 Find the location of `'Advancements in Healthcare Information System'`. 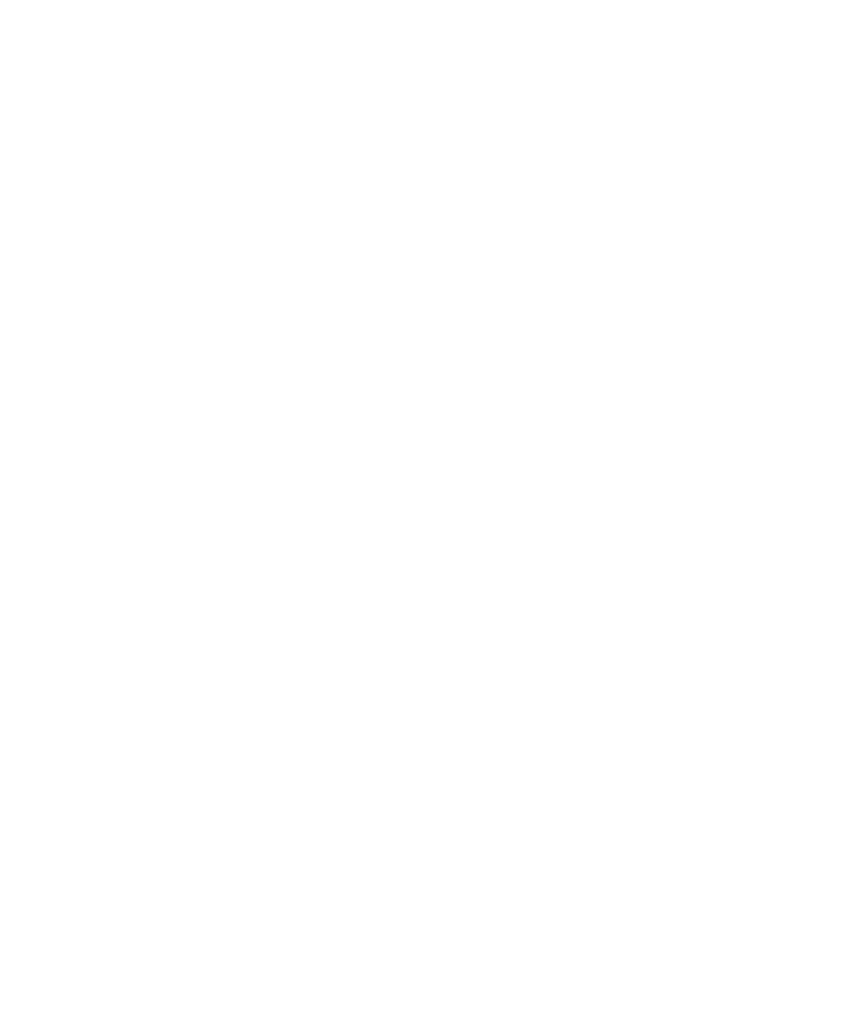

'Advancements in Healthcare Information System' is located at coordinates (279, 868).